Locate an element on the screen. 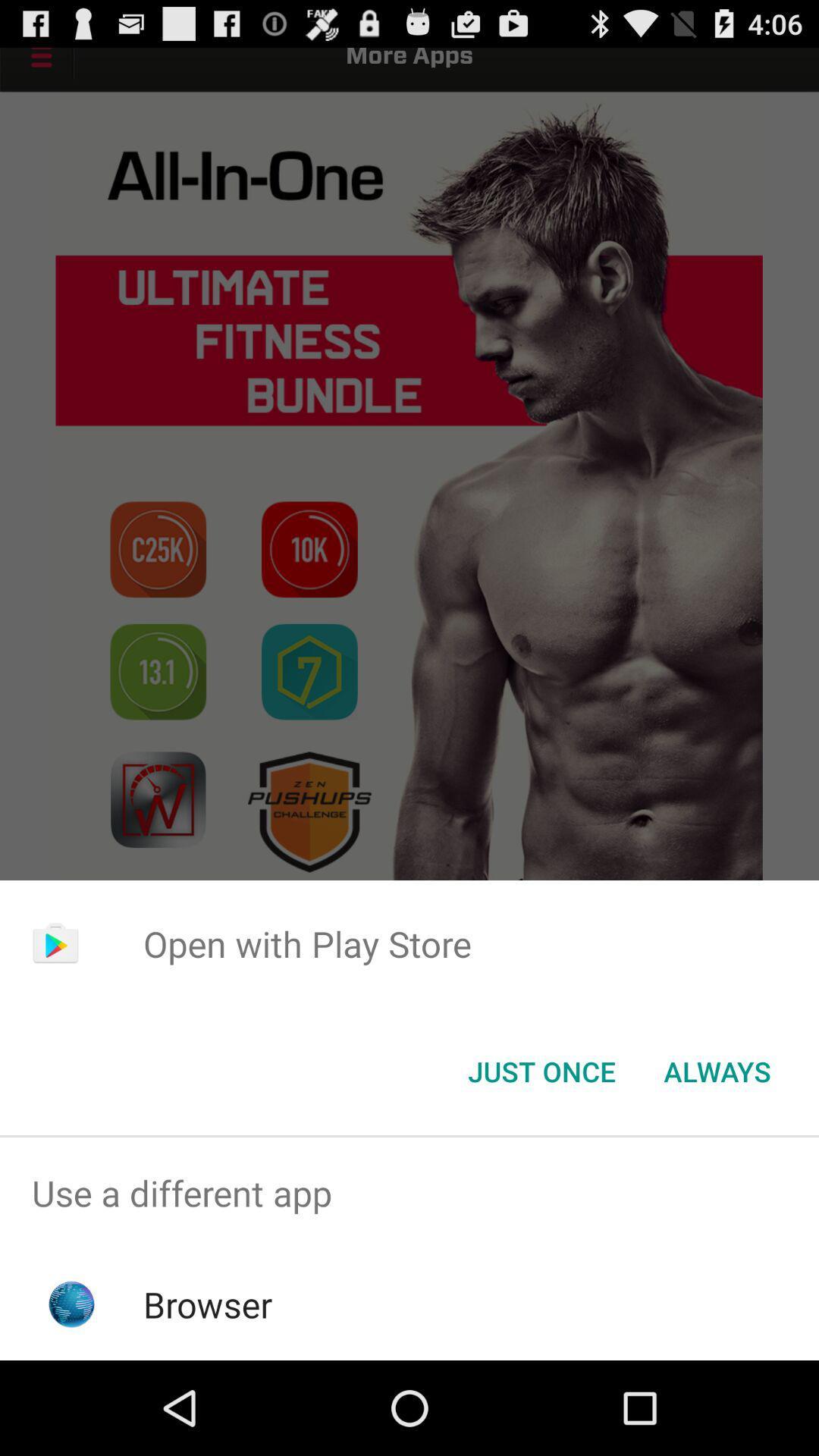 The height and width of the screenshot is (1456, 819). the always is located at coordinates (717, 1070).